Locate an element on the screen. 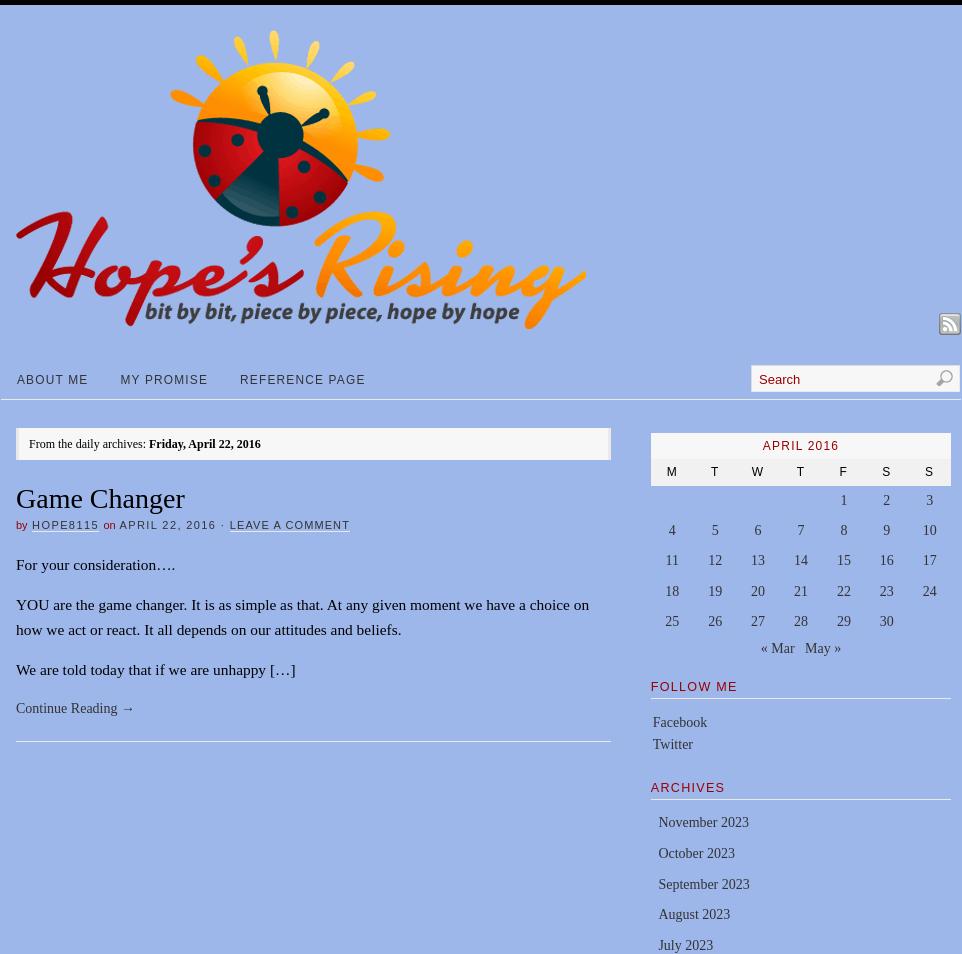 This screenshot has width=962, height=954. 'Friday, April 22, 2016' is located at coordinates (203, 443).